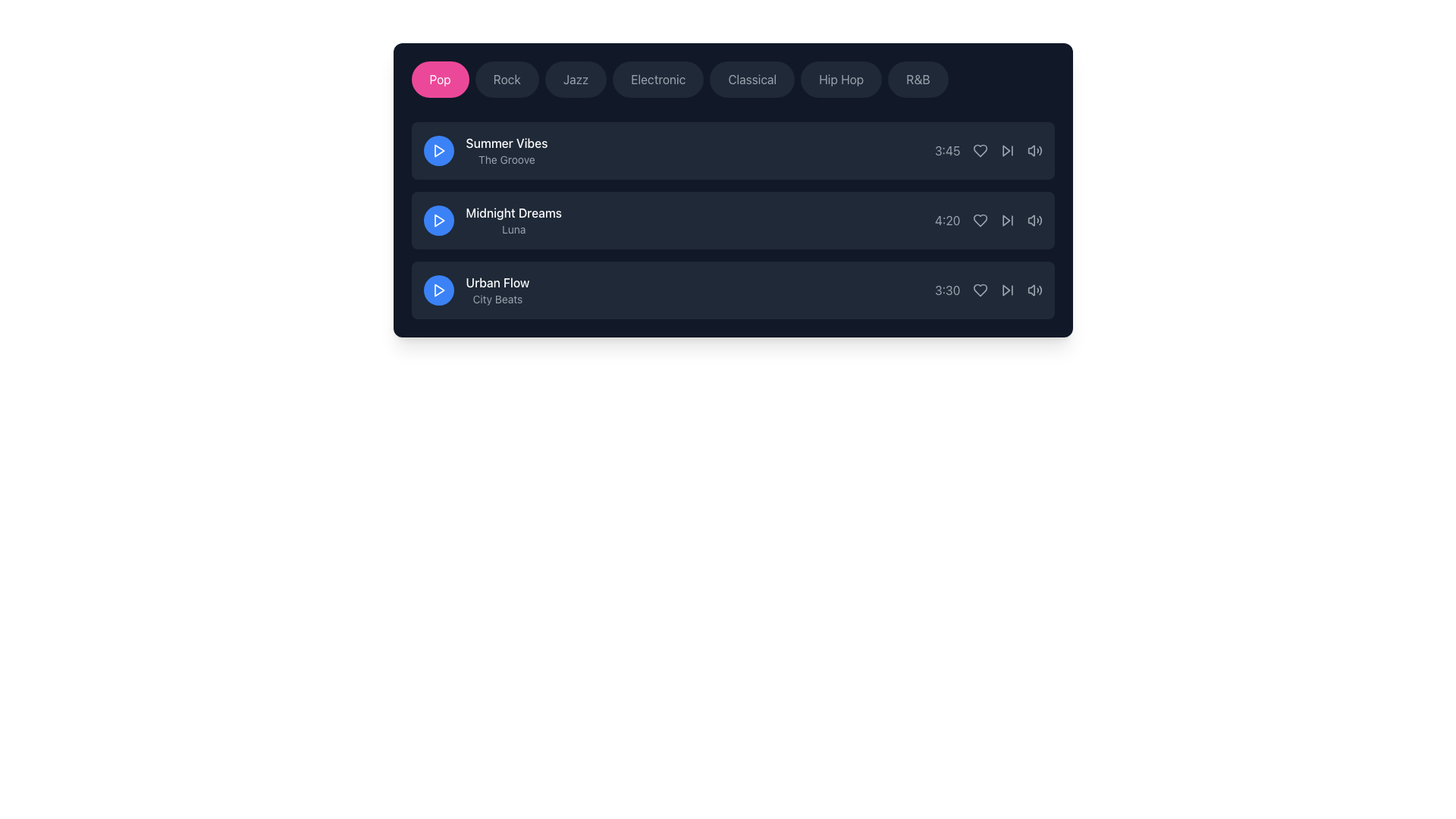 The height and width of the screenshot is (819, 1456). I want to click on the 'Skip Forward' button located to the right of the timestamp '4:20', which is the fourth interactive element in the playback controls of the second music track, so click(1007, 220).